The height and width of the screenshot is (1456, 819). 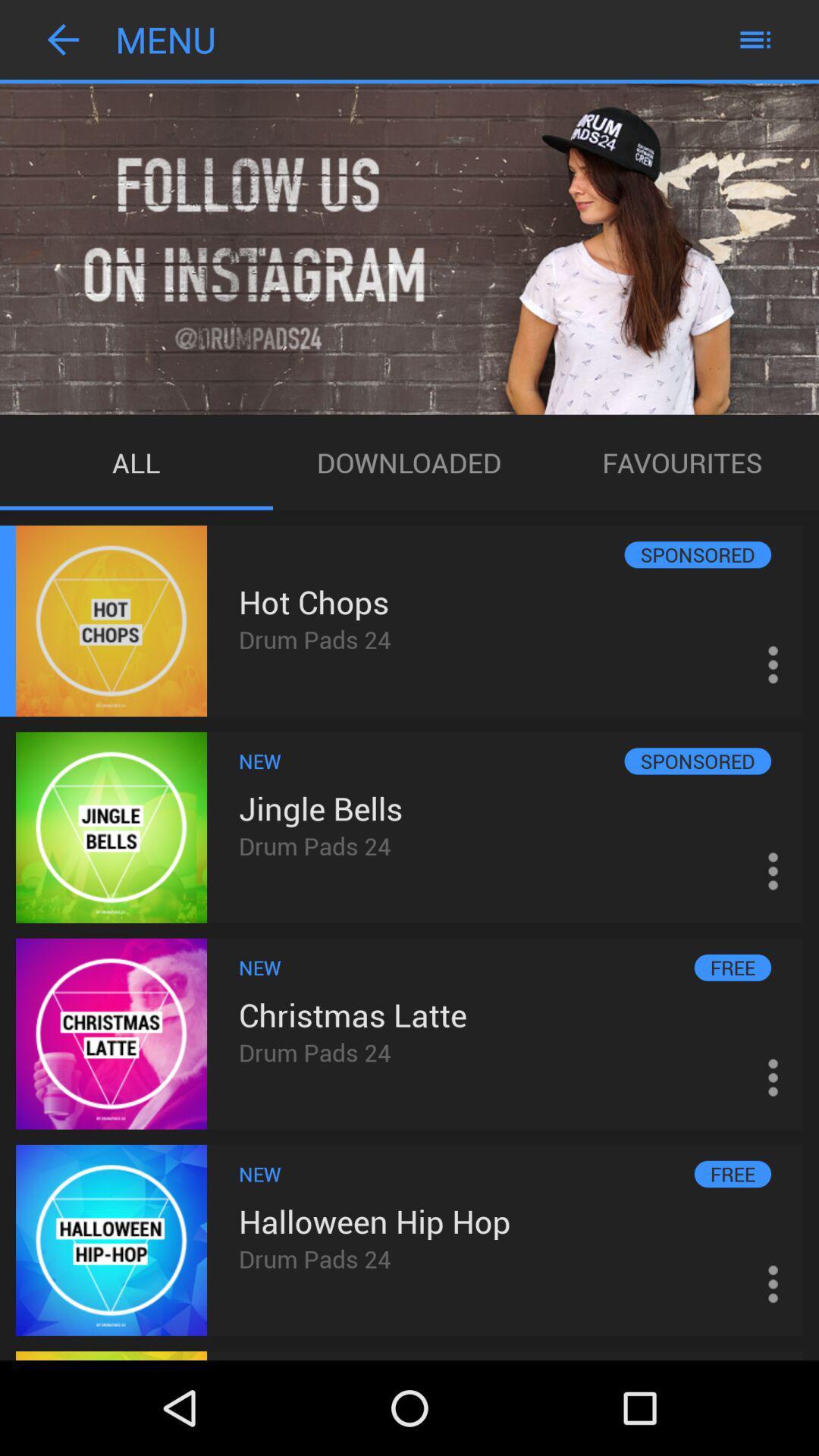 I want to click on the list icon, so click(x=755, y=42).